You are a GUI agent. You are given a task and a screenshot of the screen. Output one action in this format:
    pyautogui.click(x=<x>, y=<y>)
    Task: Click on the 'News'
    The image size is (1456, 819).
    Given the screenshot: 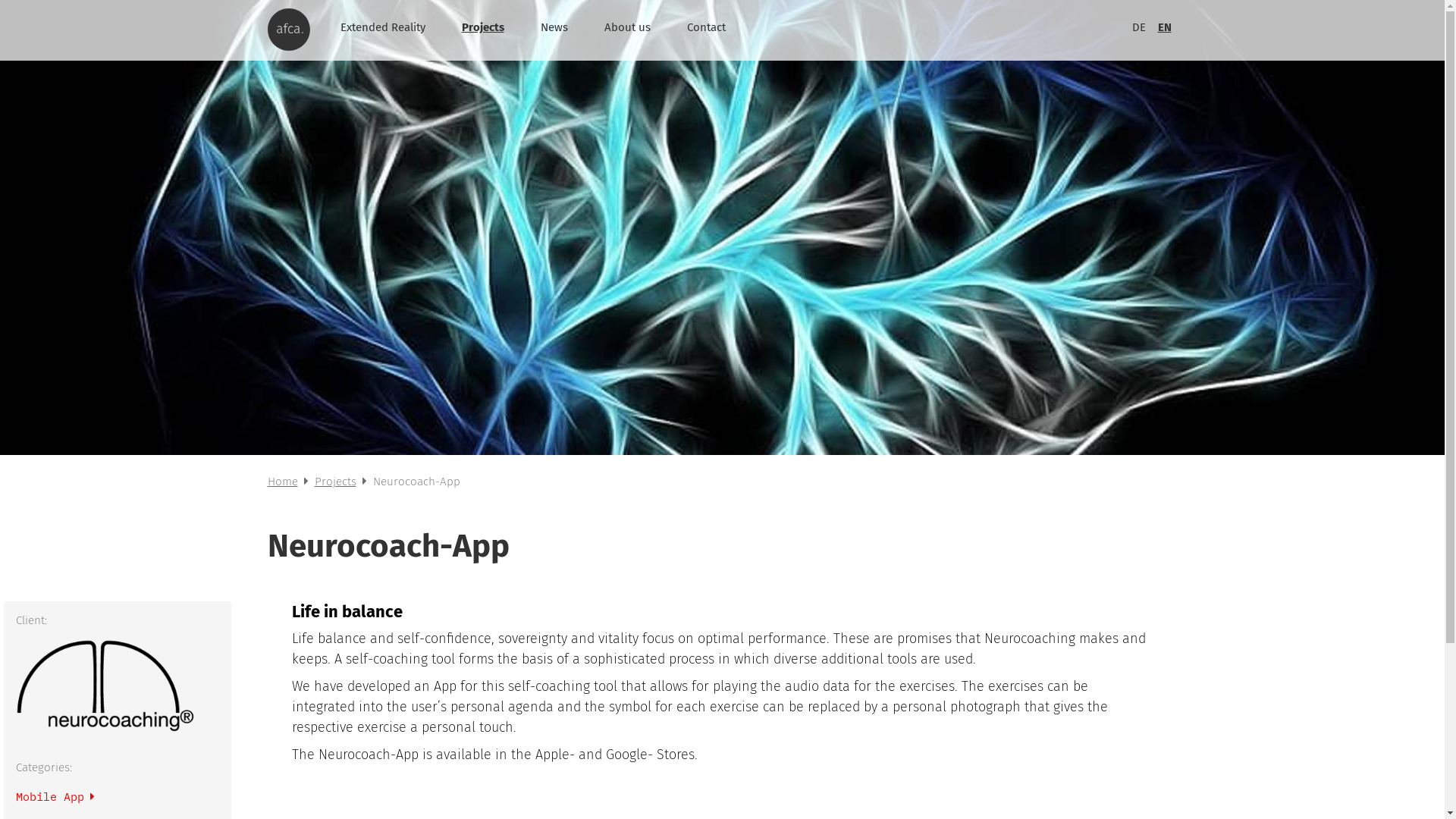 What is the action you would take?
    pyautogui.click(x=552, y=27)
    